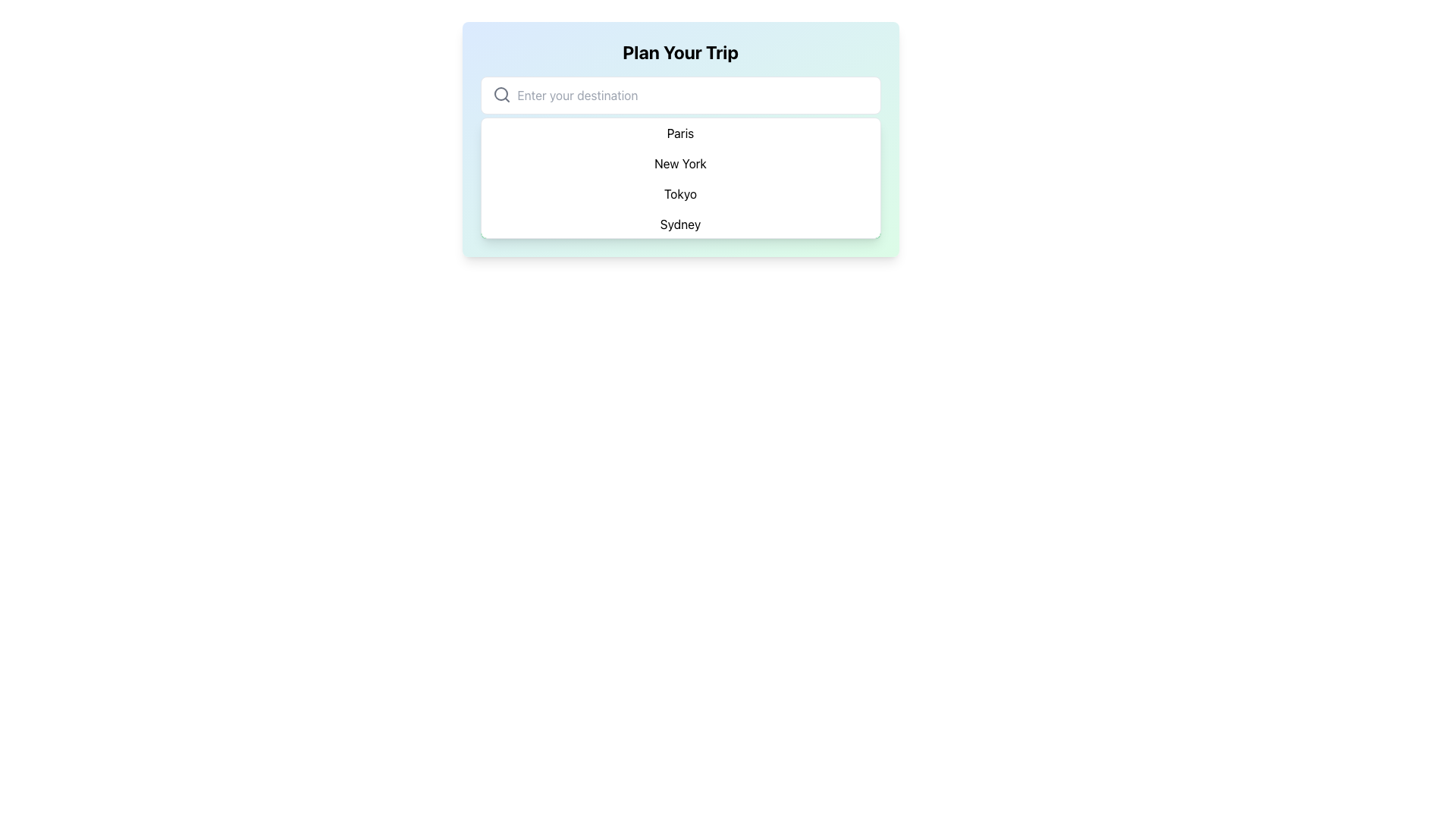  I want to click on the inner small circle of the search magnifying glass icon located inside the search bar at the top of the interface, so click(500, 93).